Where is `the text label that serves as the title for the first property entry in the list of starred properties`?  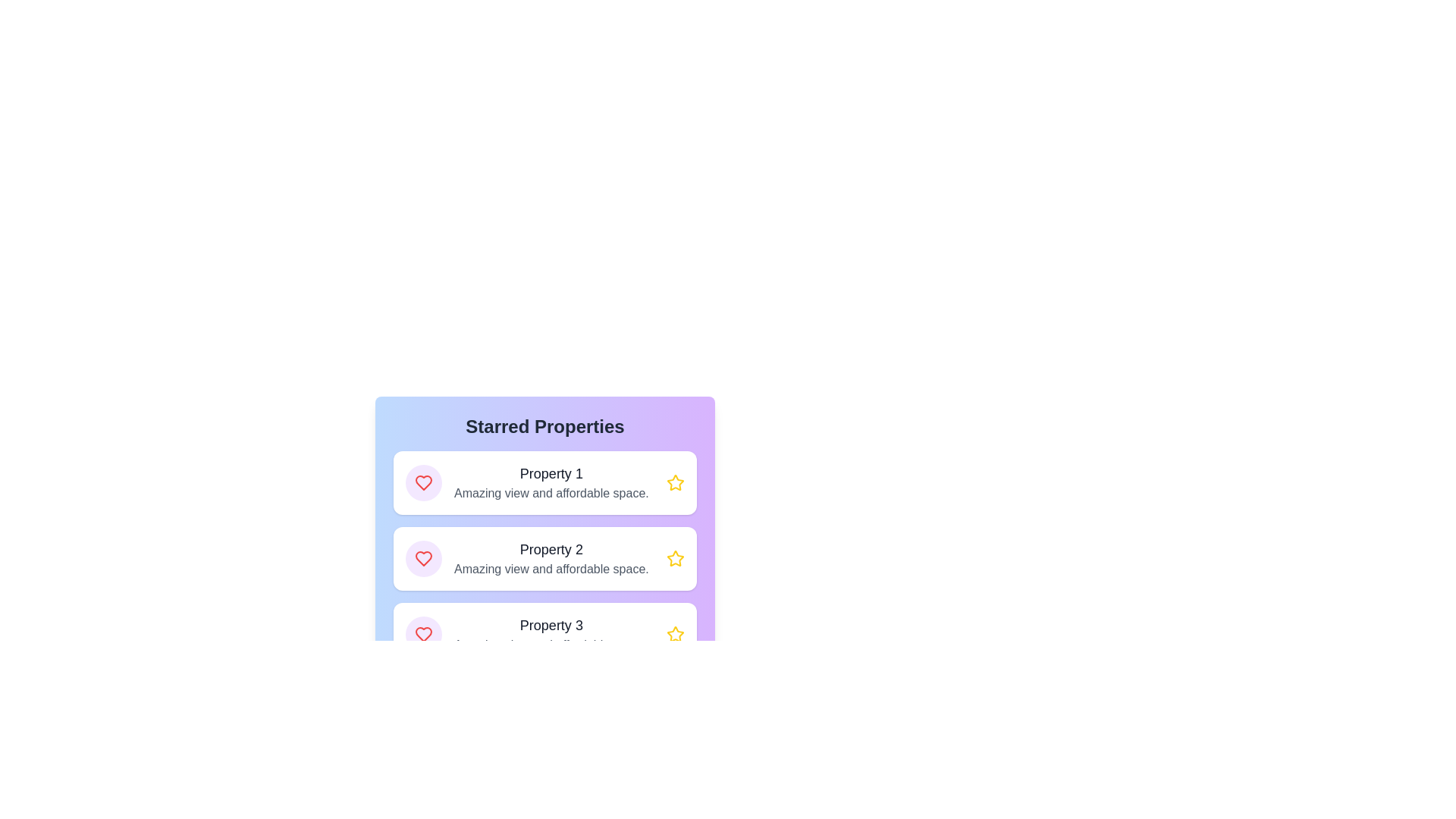 the text label that serves as the title for the first property entry in the list of starred properties is located at coordinates (551, 472).